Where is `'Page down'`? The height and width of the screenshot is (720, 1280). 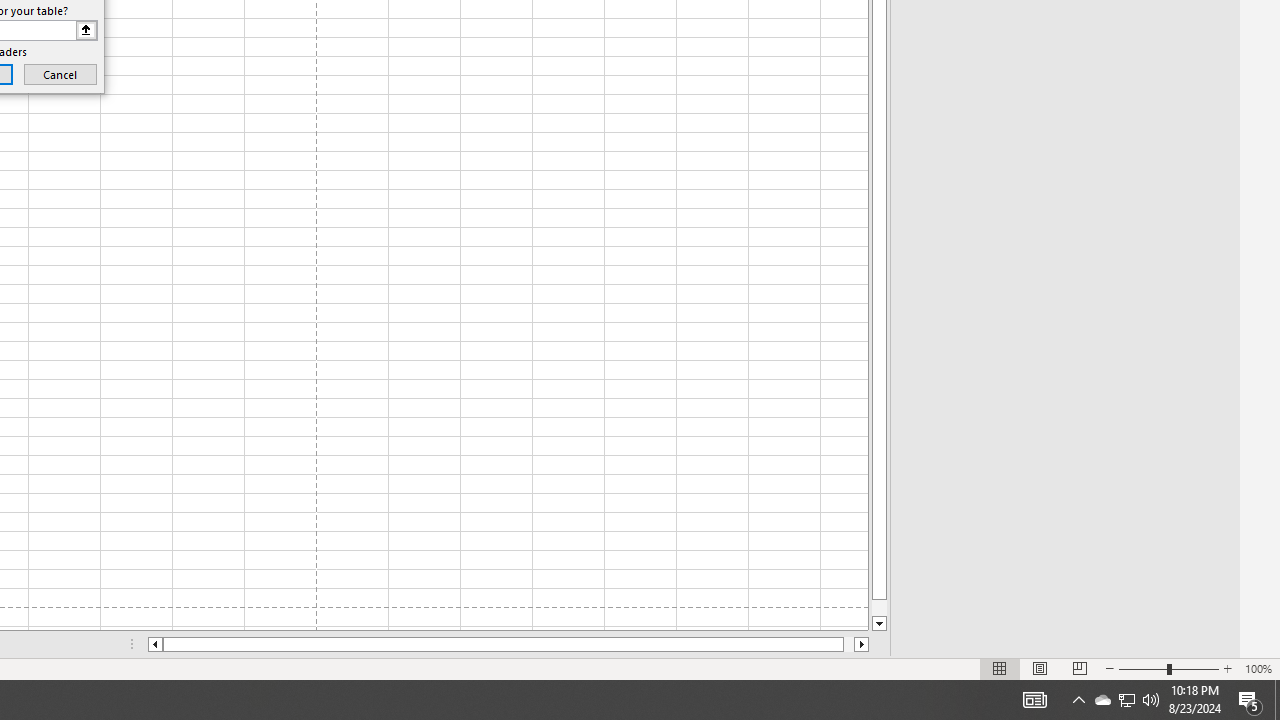 'Page down' is located at coordinates (879, 607).